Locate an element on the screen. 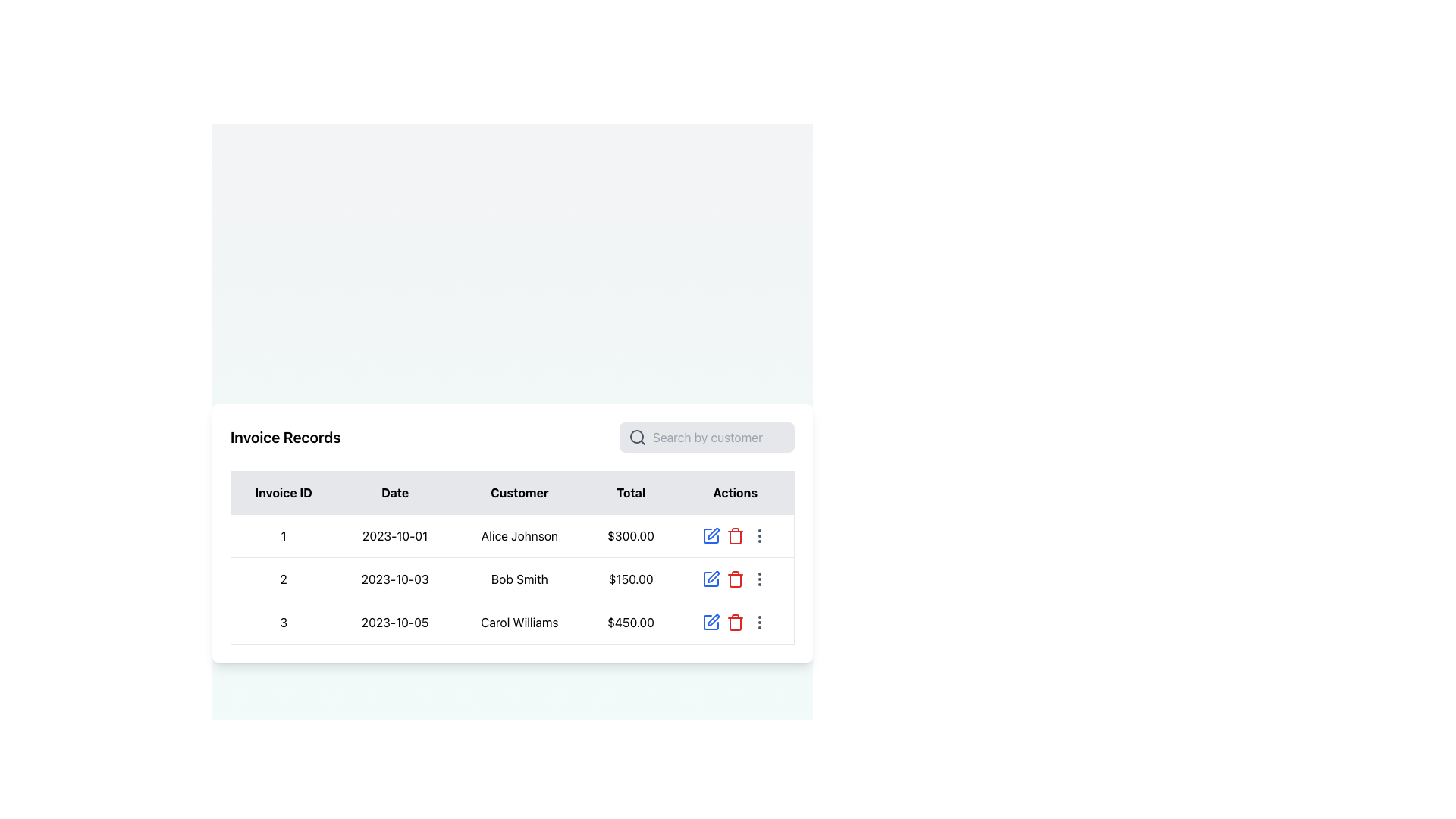 This screenshot has width=1456, height=819. the delete button located in the first row of the 'Actions' column of the table is located at coordinates (735, 622).